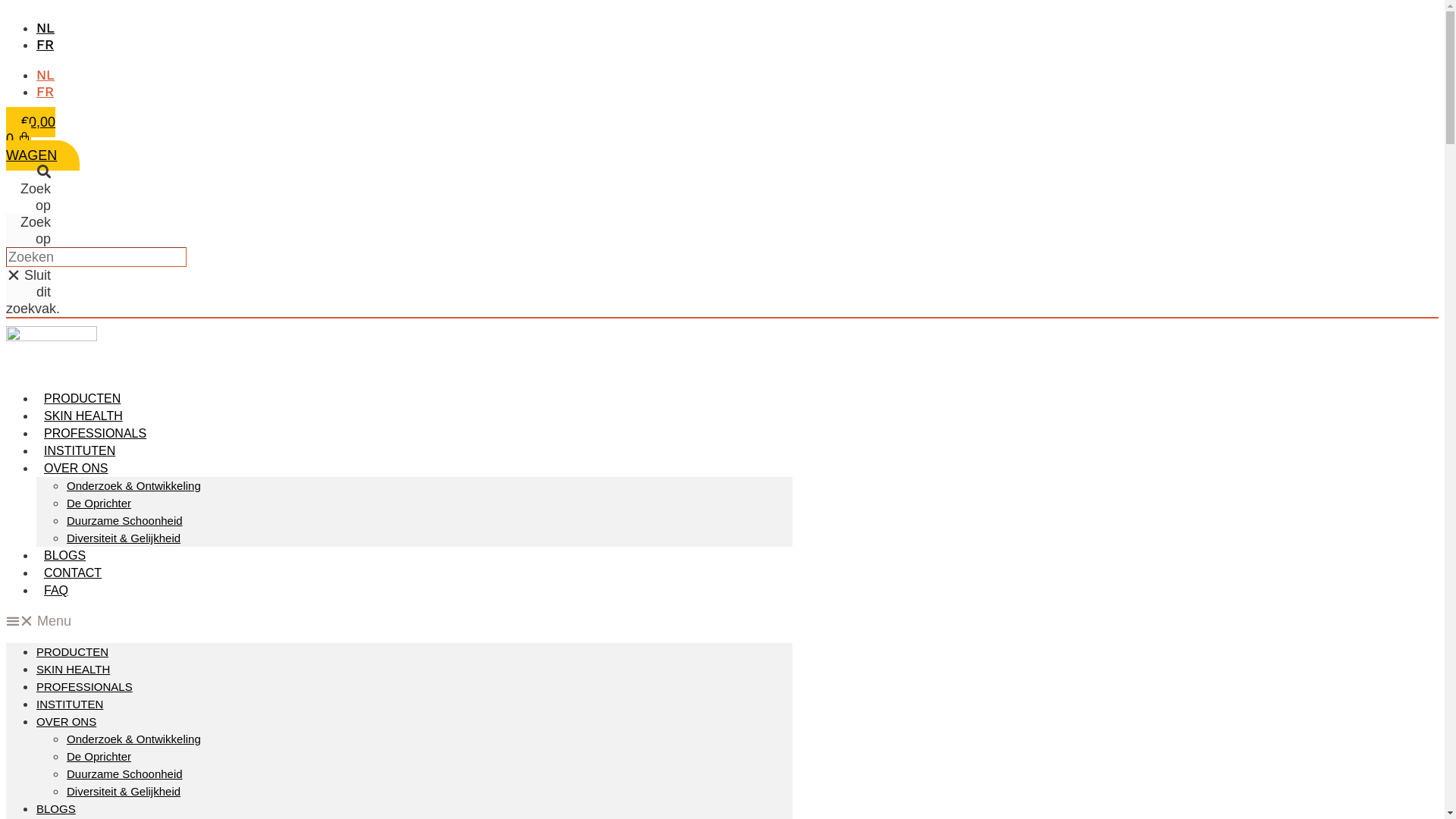  Describe the element at coordinates (45, 27) in the screenshot. I see `'NL'` at that location.